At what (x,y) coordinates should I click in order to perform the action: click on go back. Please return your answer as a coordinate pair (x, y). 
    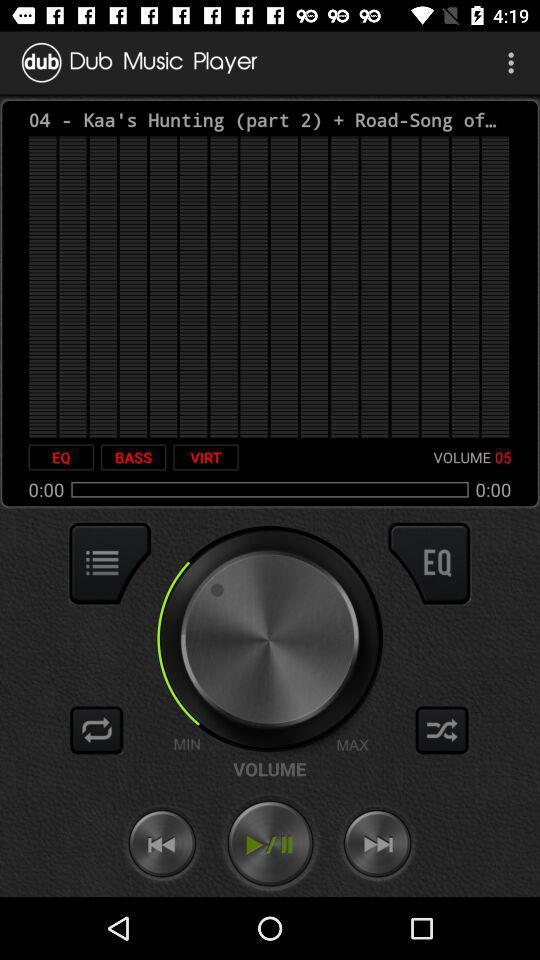
    Looking at the image, I should click on (161, 843).